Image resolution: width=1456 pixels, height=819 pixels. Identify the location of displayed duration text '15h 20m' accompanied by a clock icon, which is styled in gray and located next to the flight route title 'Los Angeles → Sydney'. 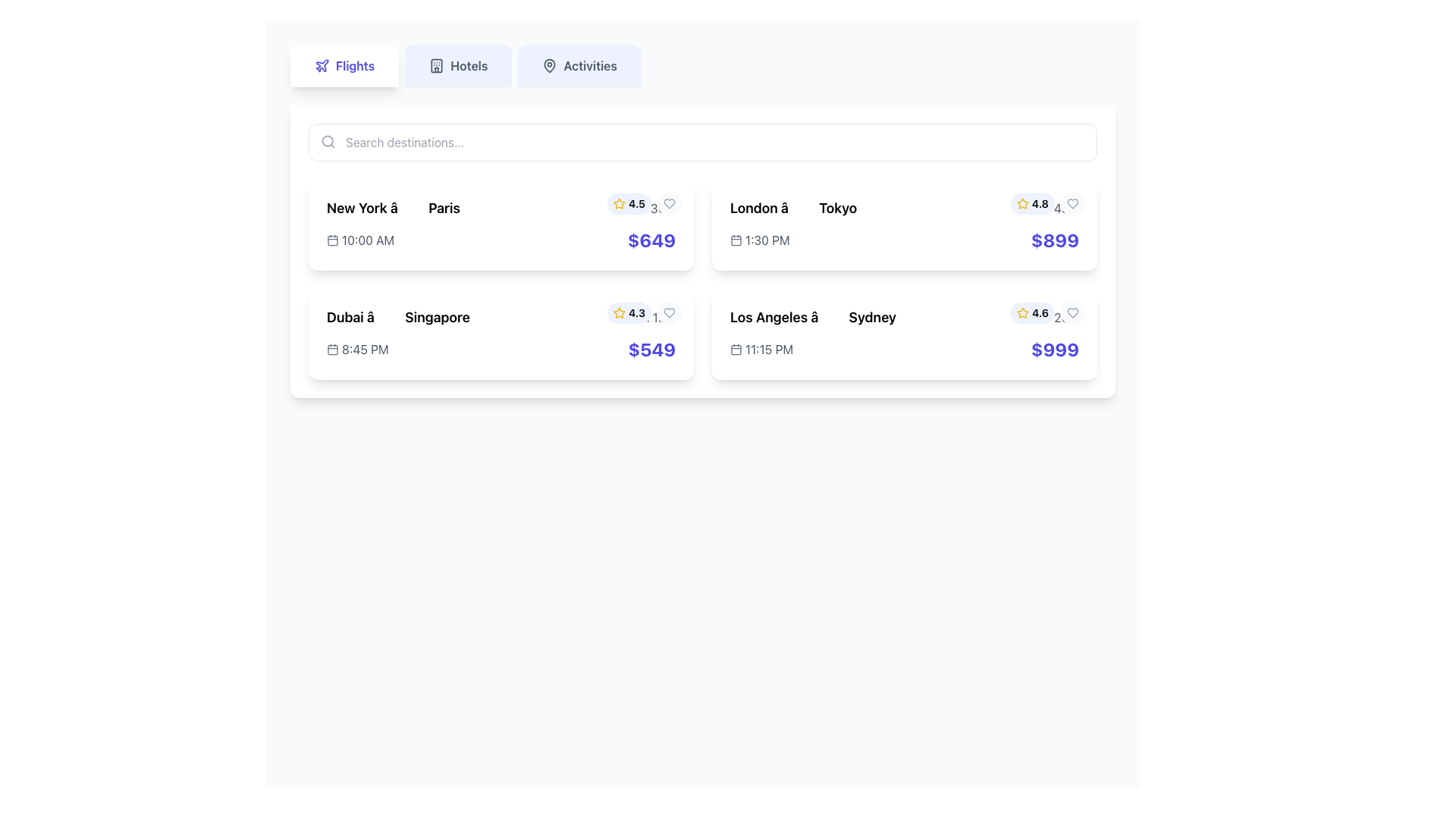
(1046, 317).